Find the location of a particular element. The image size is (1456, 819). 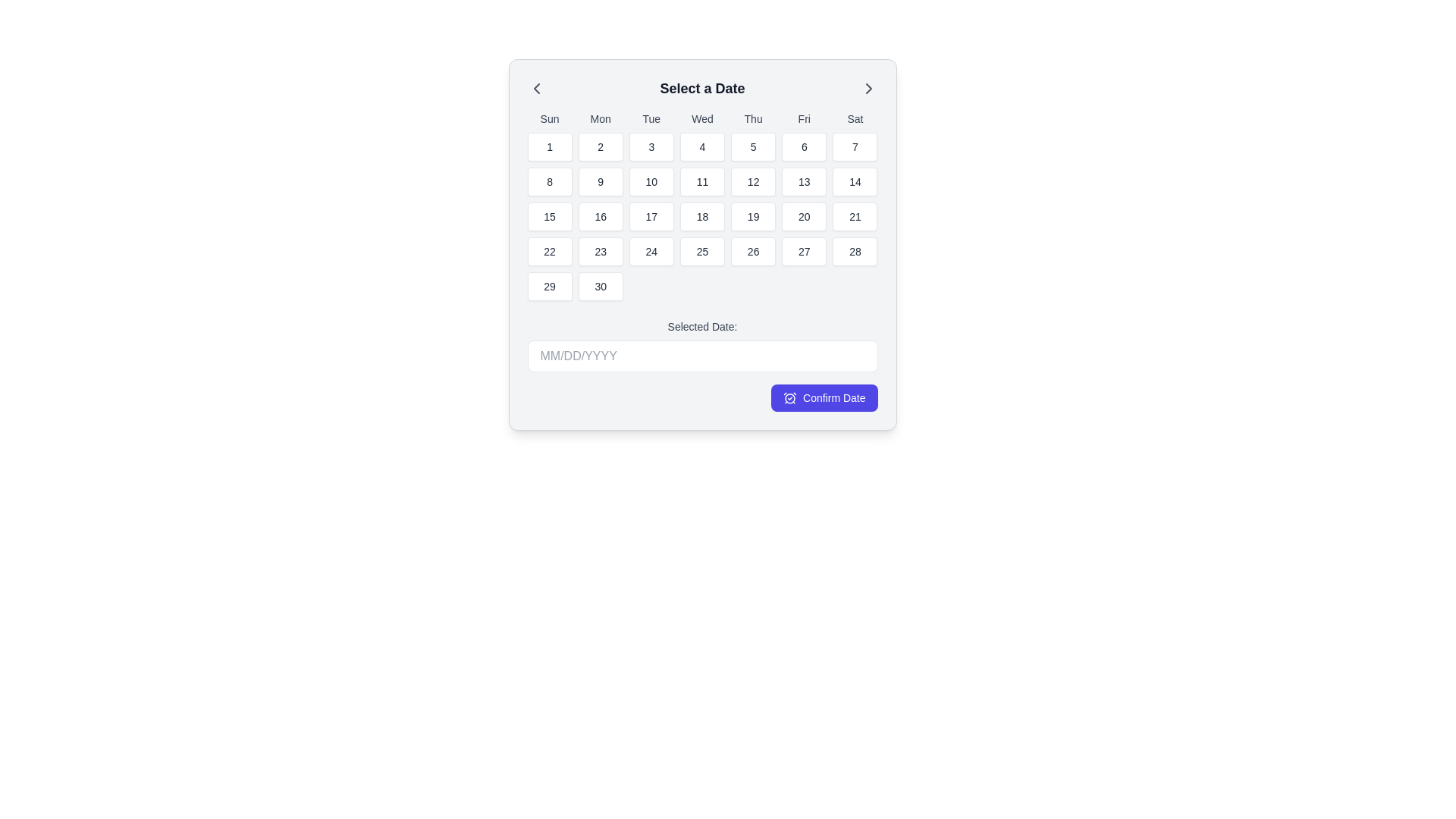

the day selection button for the 13th in the calendar interface, located in the sixth column (Friday) and third row of the calendar grid is located at coordinates (803, 180).